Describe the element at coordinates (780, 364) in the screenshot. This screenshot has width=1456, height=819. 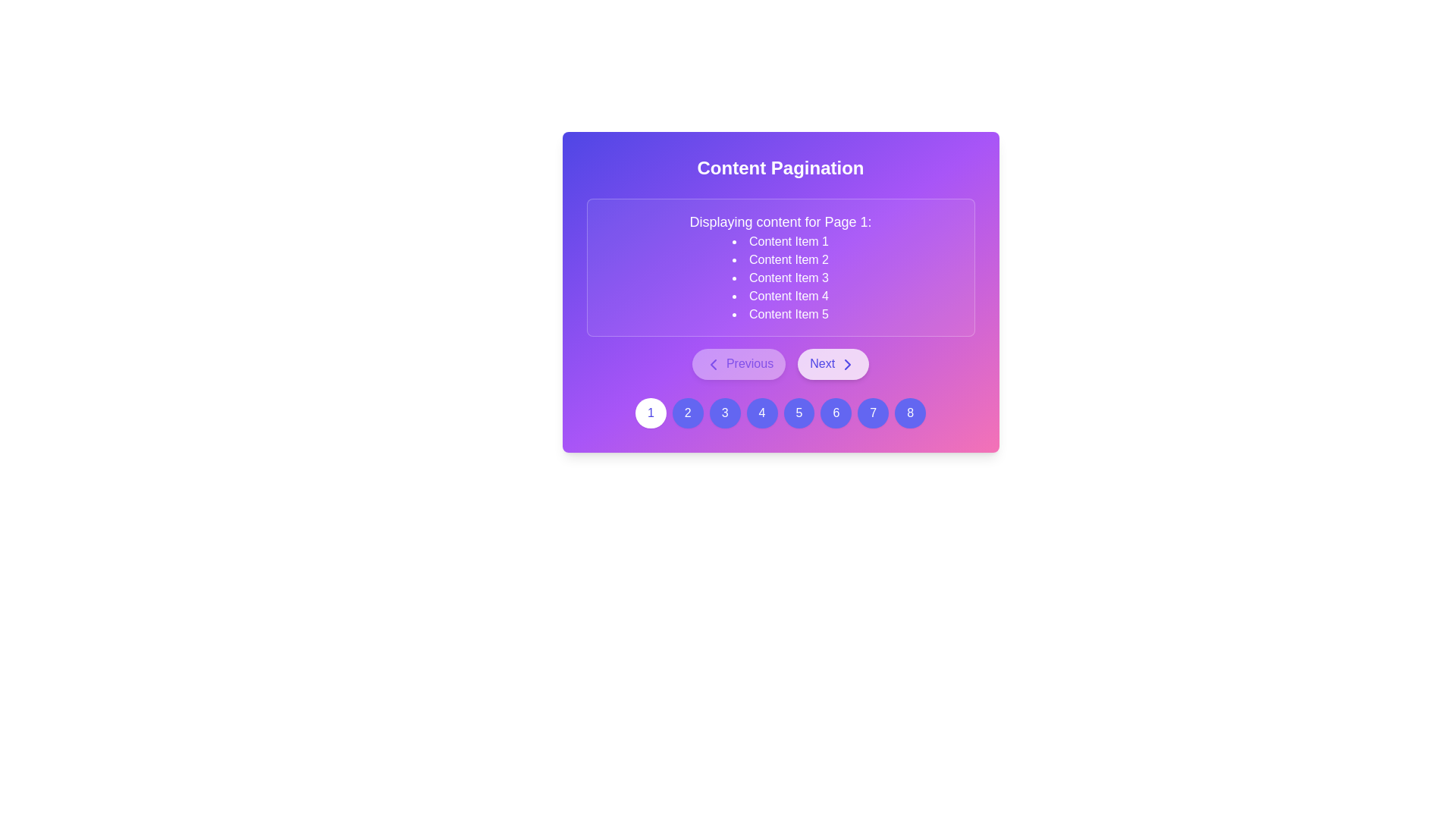
I see `the 'Next' button in the navigation component` at that location.